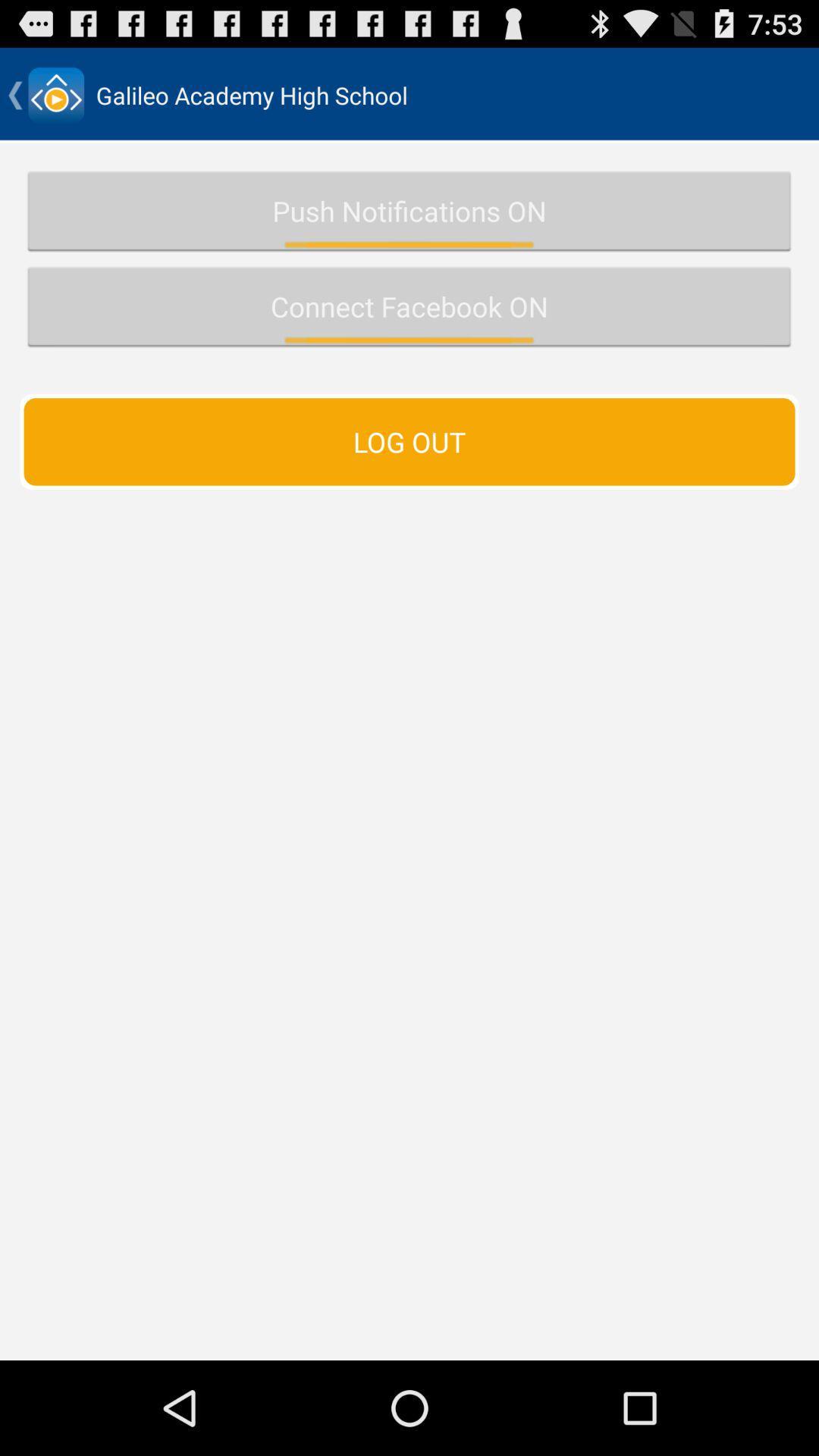 The height and width of the screenshot is (1456, 819). I want to click on log out button, so click(409, 441).